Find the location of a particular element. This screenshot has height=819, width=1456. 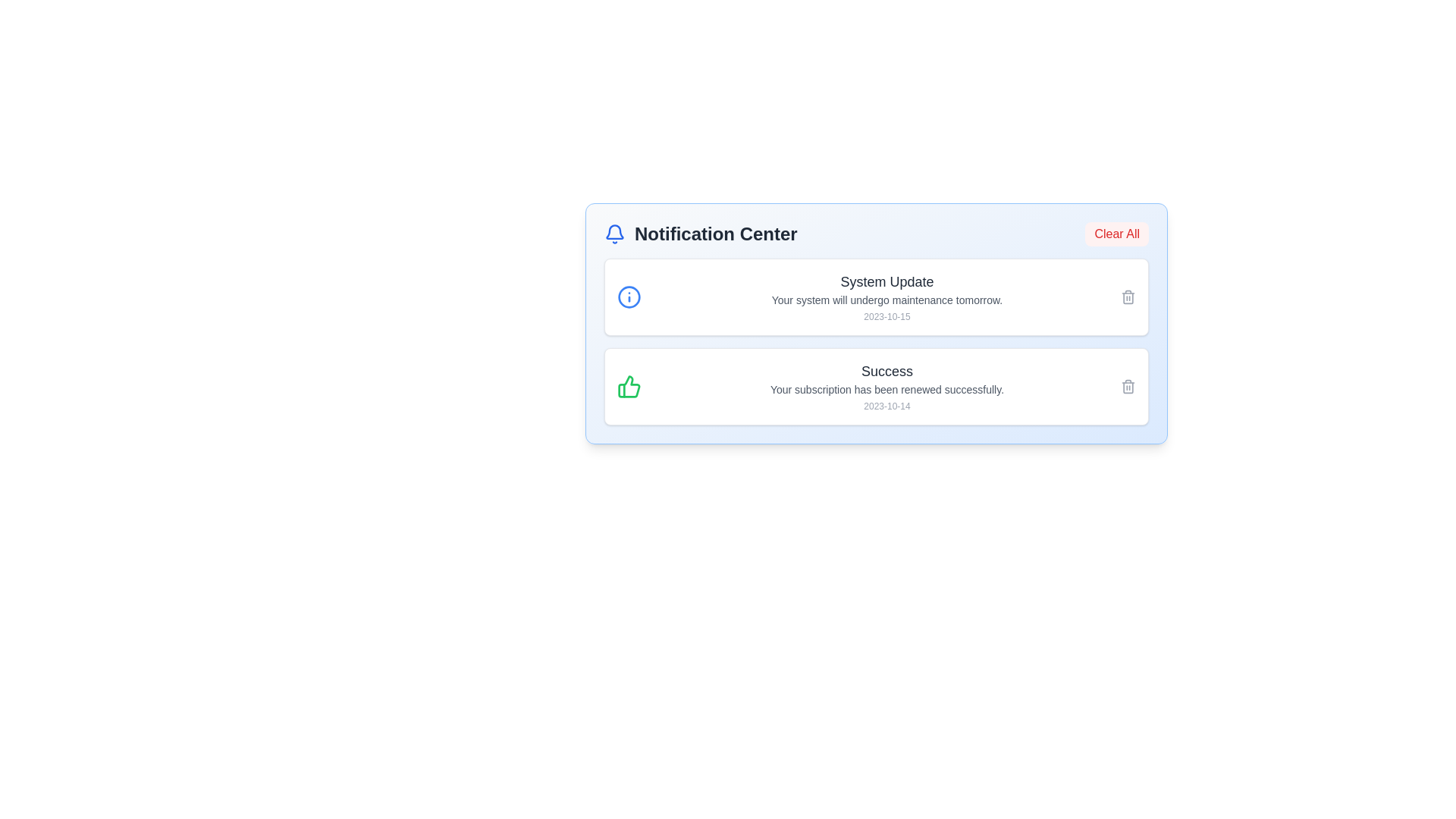

the green thumbs-up icon located to the left of the 'Success' text in the Notification Center interface is located at coordinates (629, 385).